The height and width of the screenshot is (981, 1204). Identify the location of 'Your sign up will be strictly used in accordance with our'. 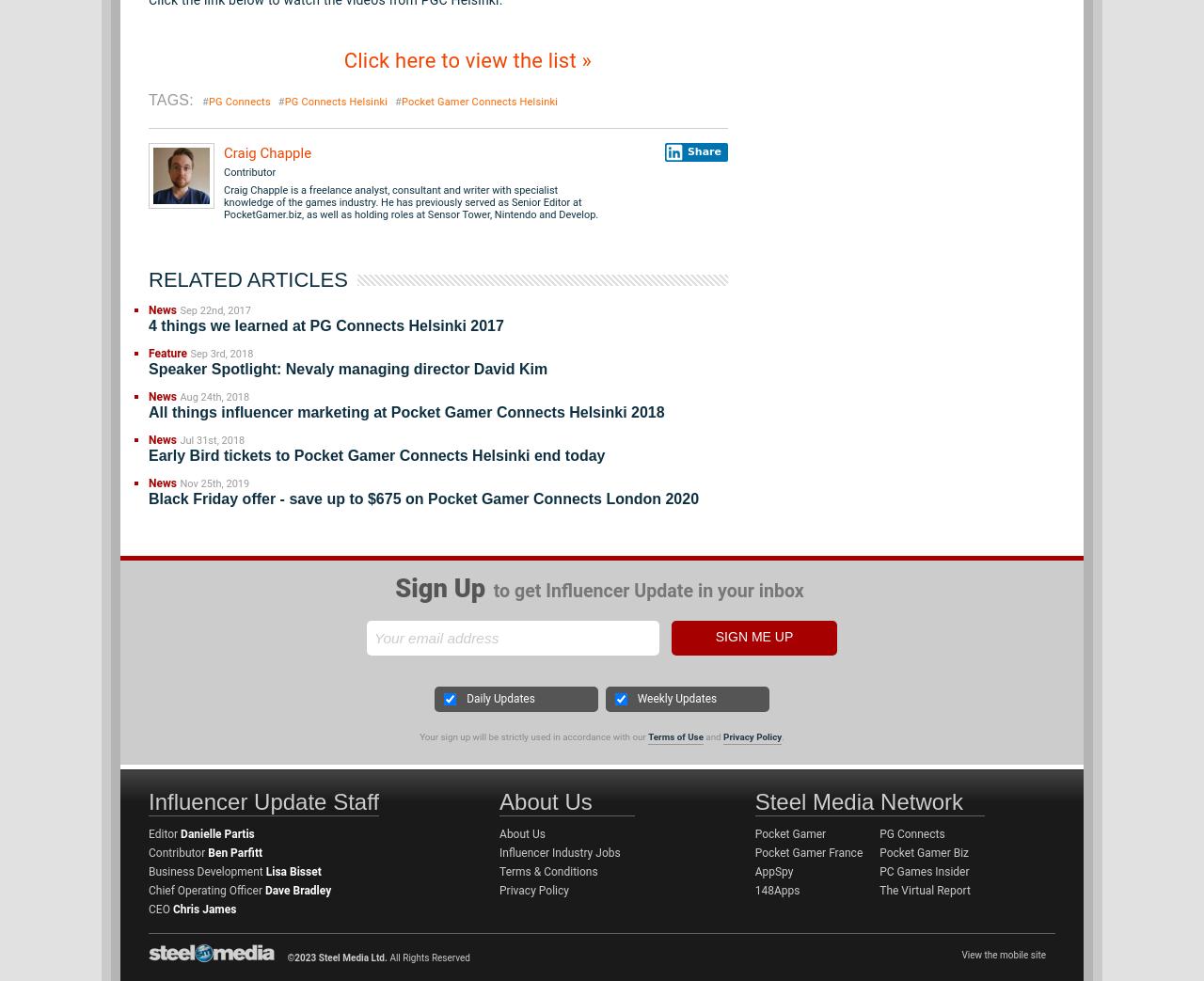
(532, 736).